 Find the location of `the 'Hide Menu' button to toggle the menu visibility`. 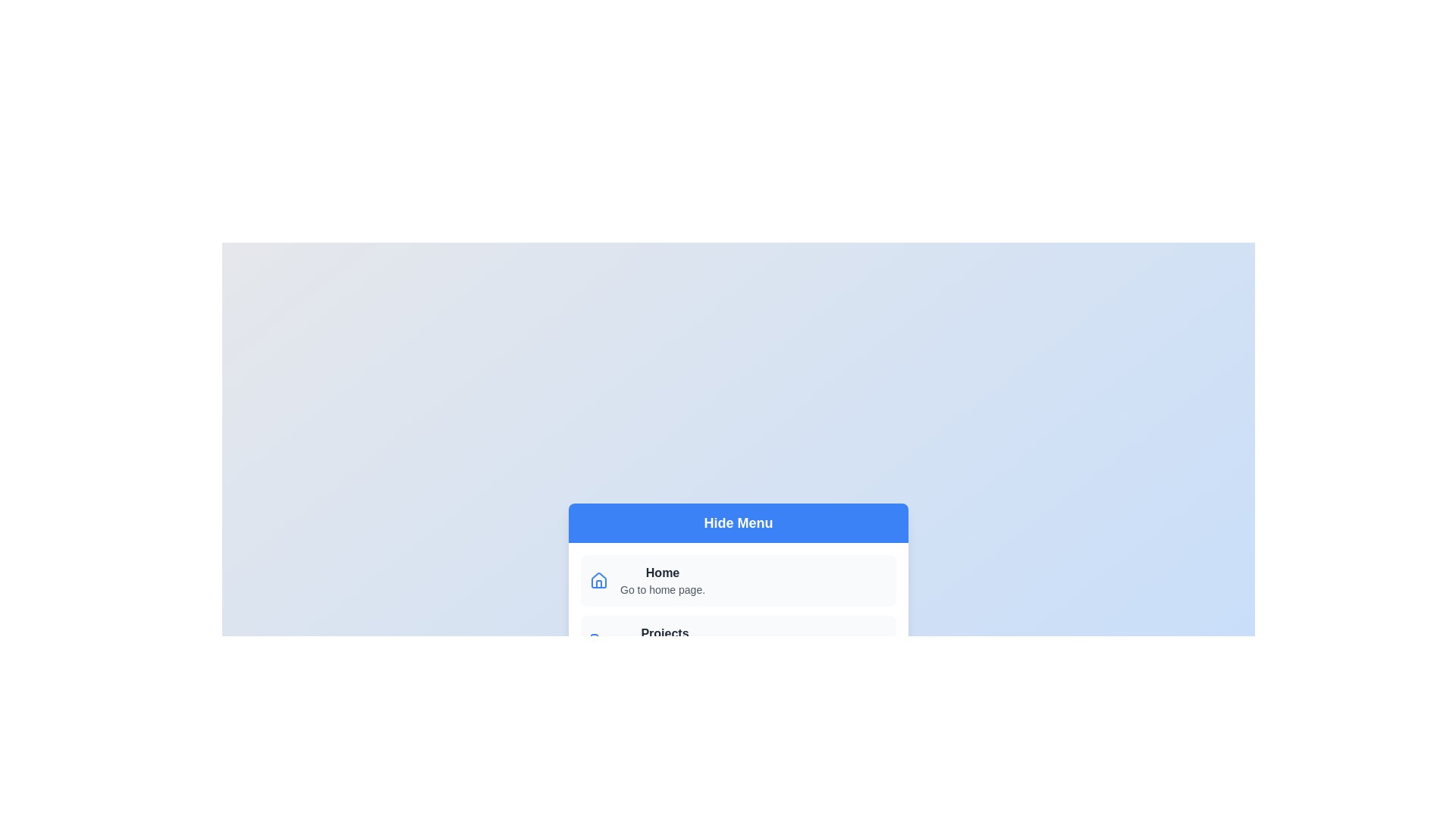

the 'Hide Menu' button to toggle the menu visibility is located at coordinates (739, 522).